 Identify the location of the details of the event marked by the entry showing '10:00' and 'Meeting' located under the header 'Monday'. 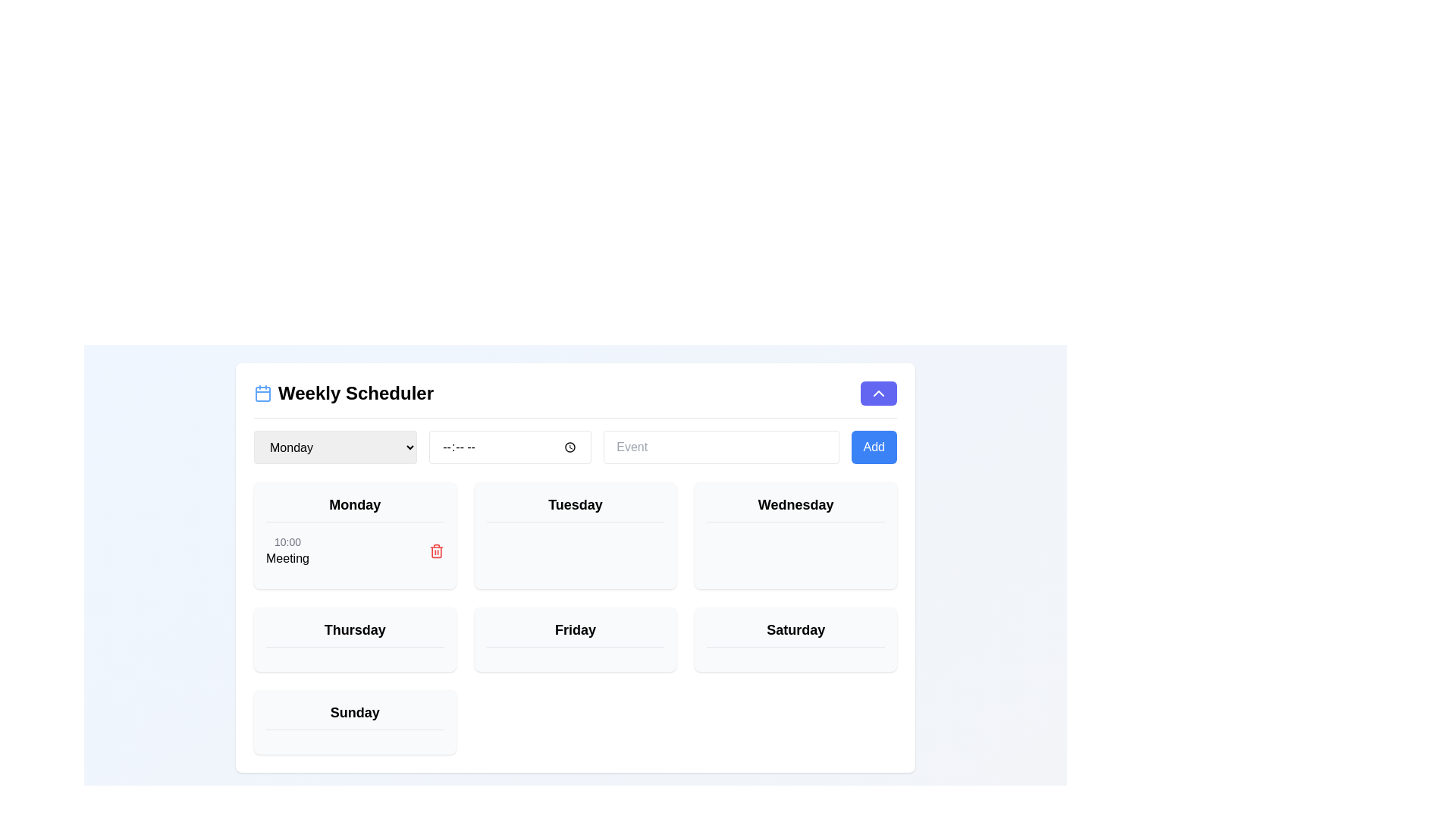
(354, 551).